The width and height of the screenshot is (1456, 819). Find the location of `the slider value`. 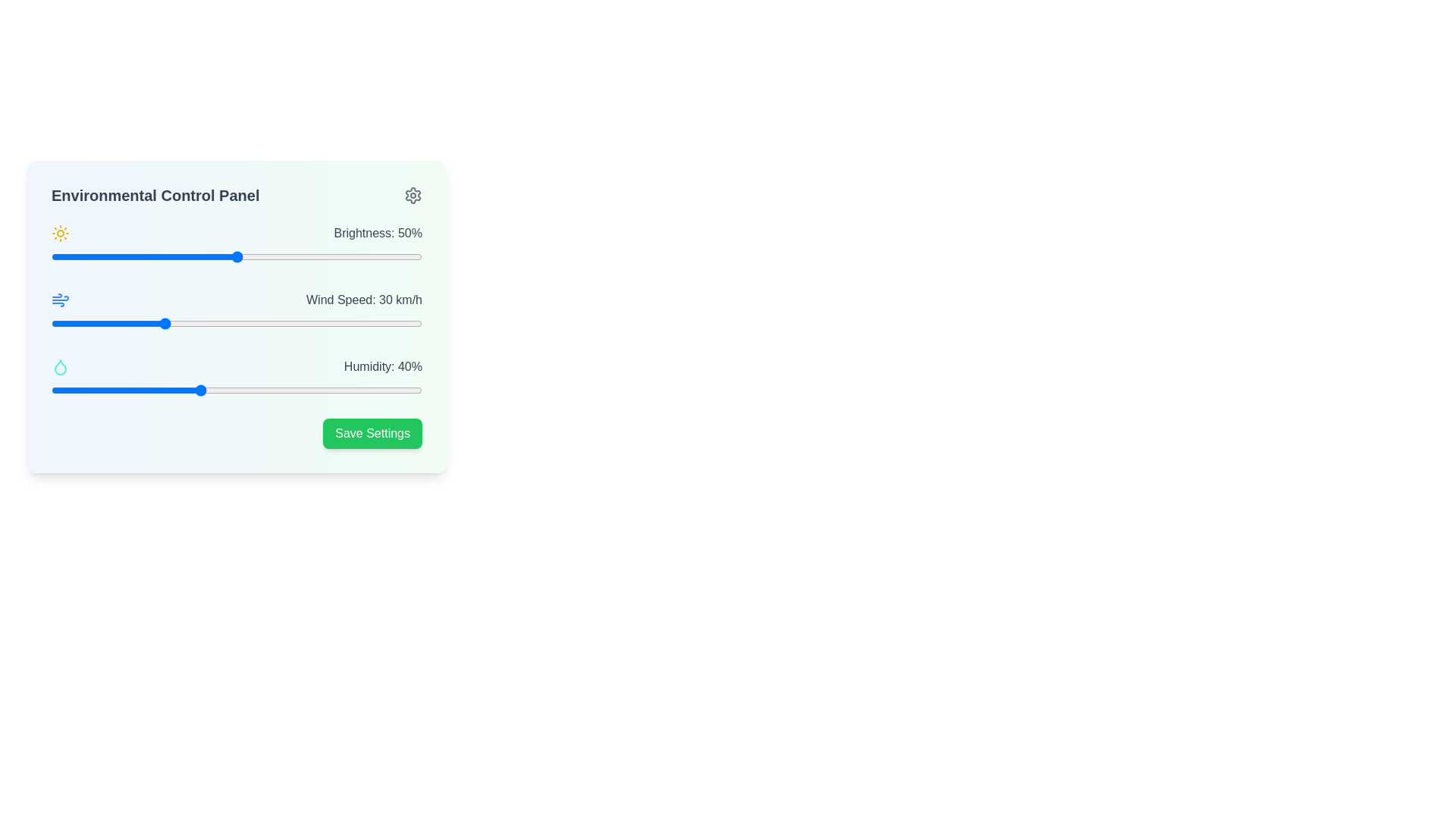

the slider value is located at coordinates (83, 256).